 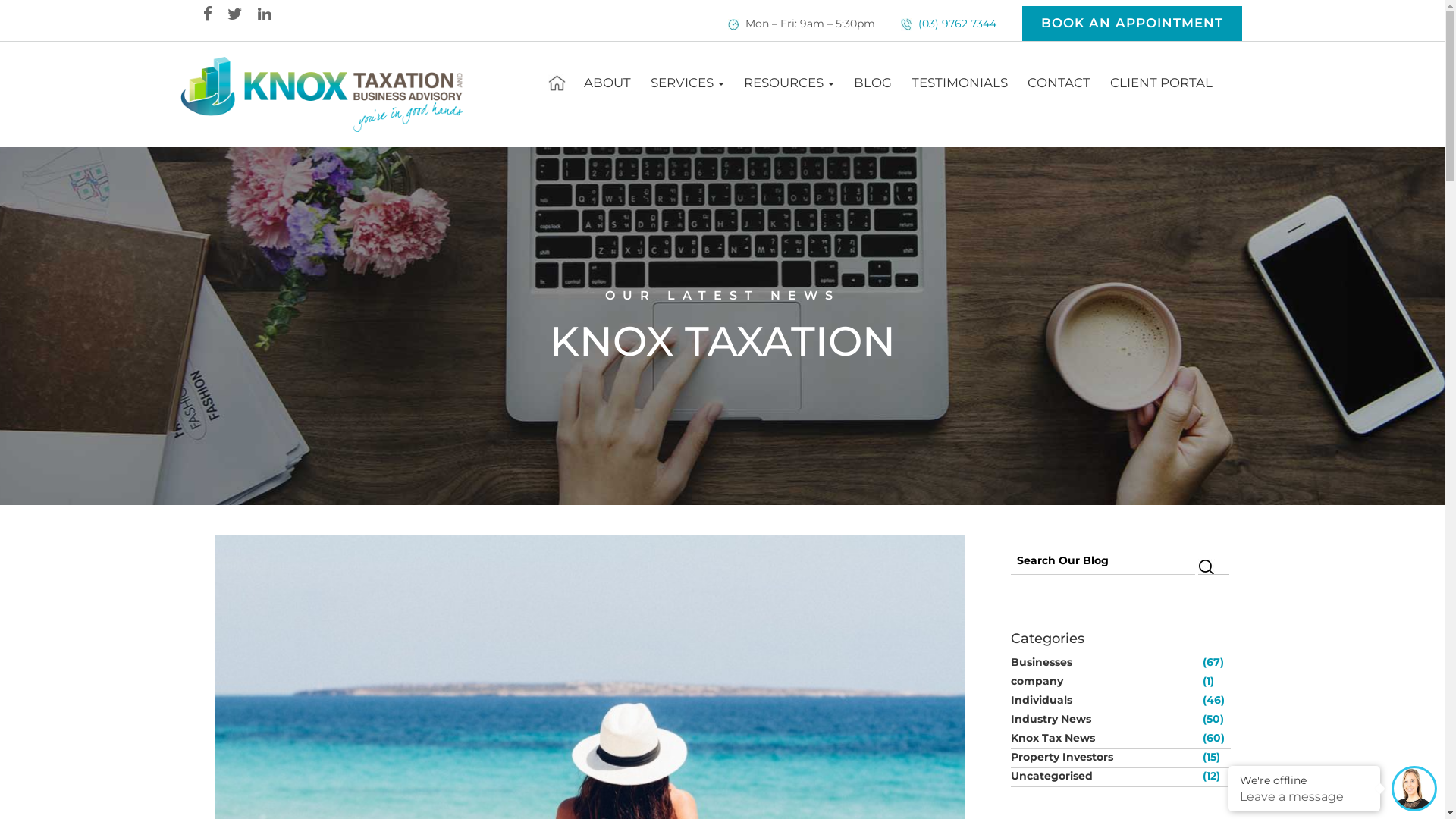 What do you see at coordinates (902, 82) in the screenshot?
I see `'TESTIMONIALS'` at bounding box center [902, 82].